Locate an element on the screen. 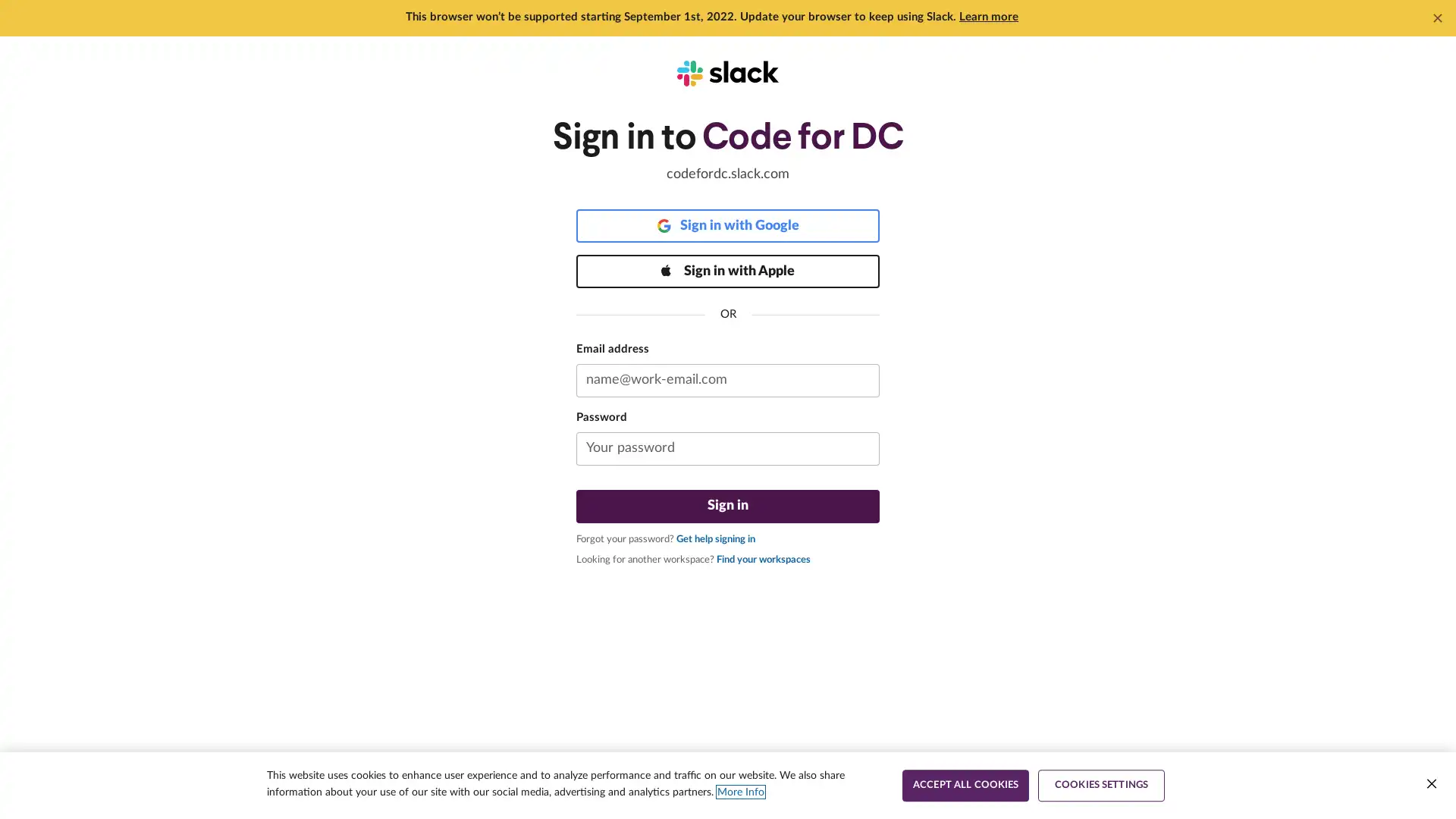  Sign in is located at coordinates (728, 506).